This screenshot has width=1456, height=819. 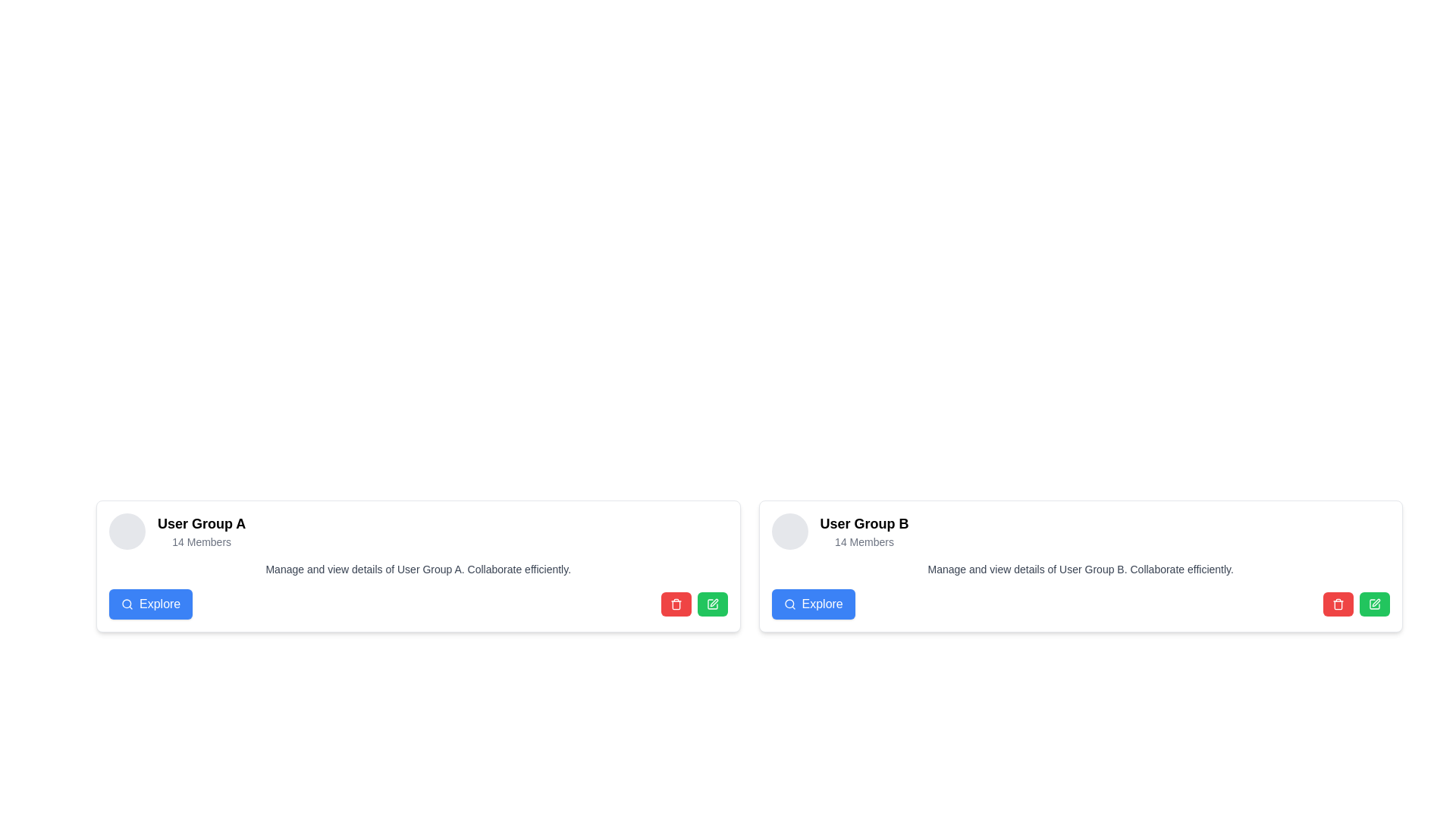 I want to click on the magnifying glass icon indicating search functionality within the 'Explore' button of 'User Group A', so click(x=127, y=604).